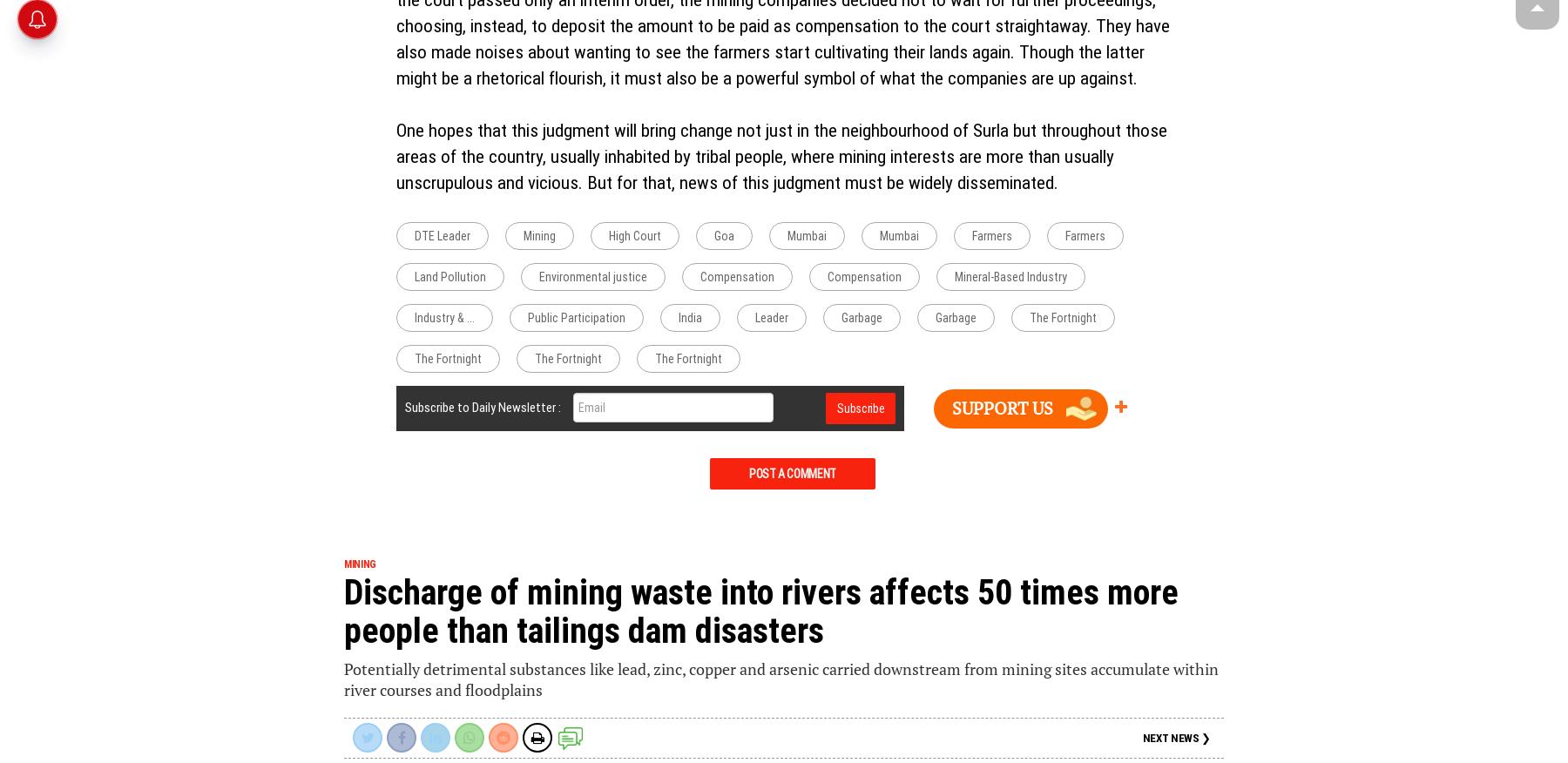 Image resolution: width=1568 pixels, height=763 pixels. Describe the element at coordinates (591, 276) in the screenshot. I see `'Environmental justice'` at that location.